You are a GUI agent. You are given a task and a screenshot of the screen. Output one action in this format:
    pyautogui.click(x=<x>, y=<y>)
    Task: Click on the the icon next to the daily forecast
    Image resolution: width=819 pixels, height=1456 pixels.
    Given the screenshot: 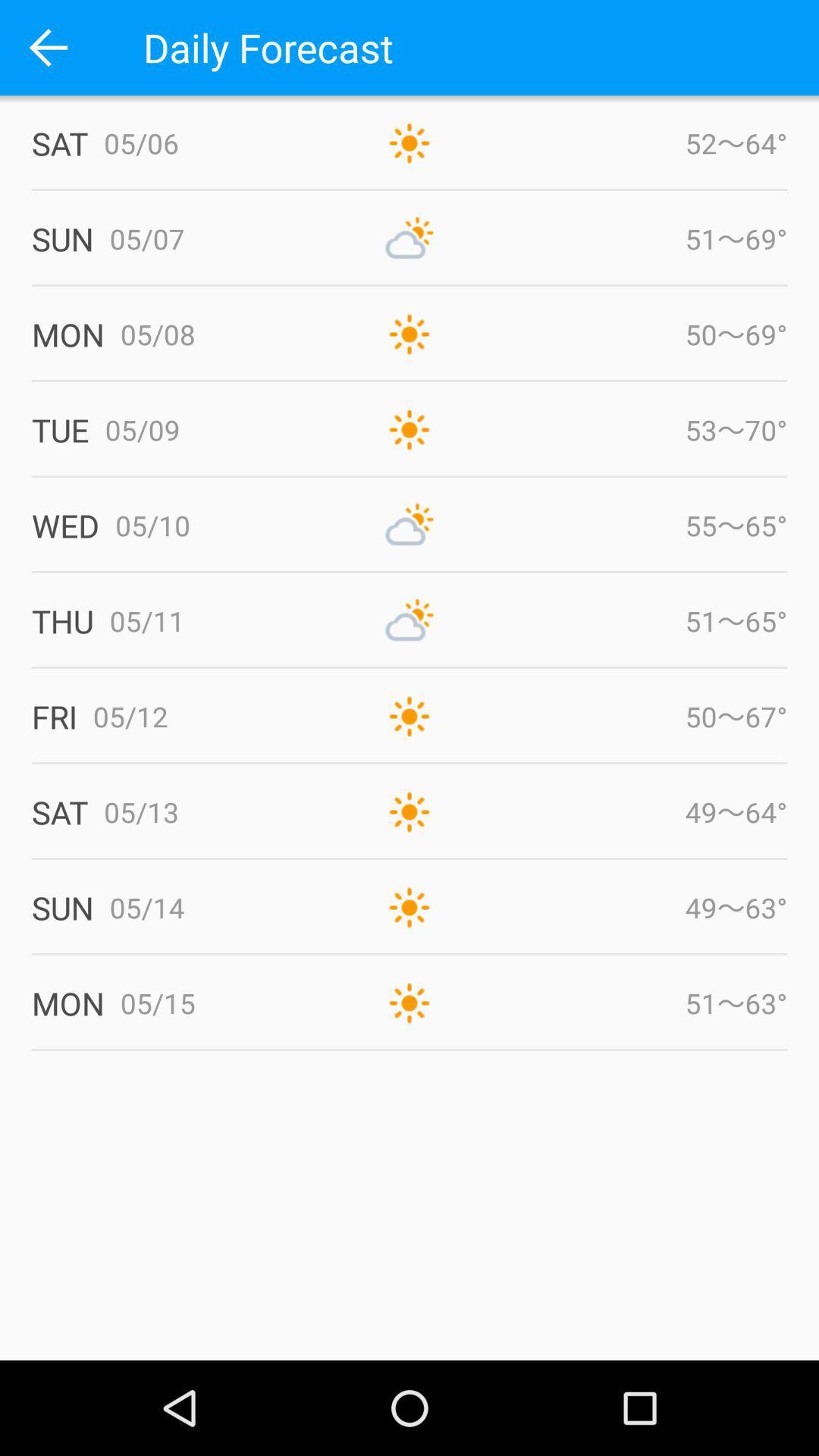 What is the action you would take?
    pyautogui.click(x=46, y=47)
    